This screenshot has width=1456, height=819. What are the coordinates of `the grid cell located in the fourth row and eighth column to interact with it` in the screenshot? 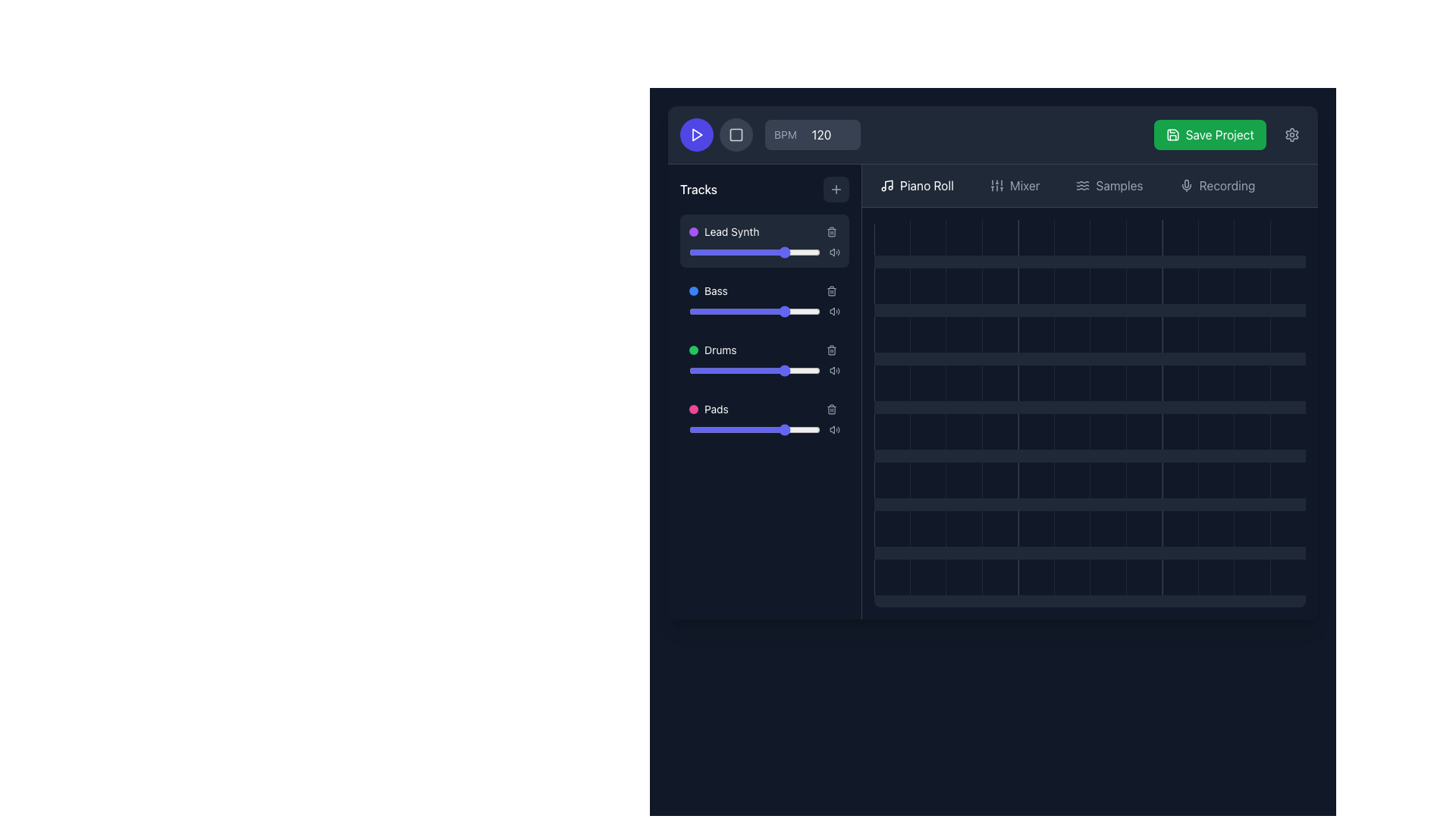 It's located at (1144, 334).